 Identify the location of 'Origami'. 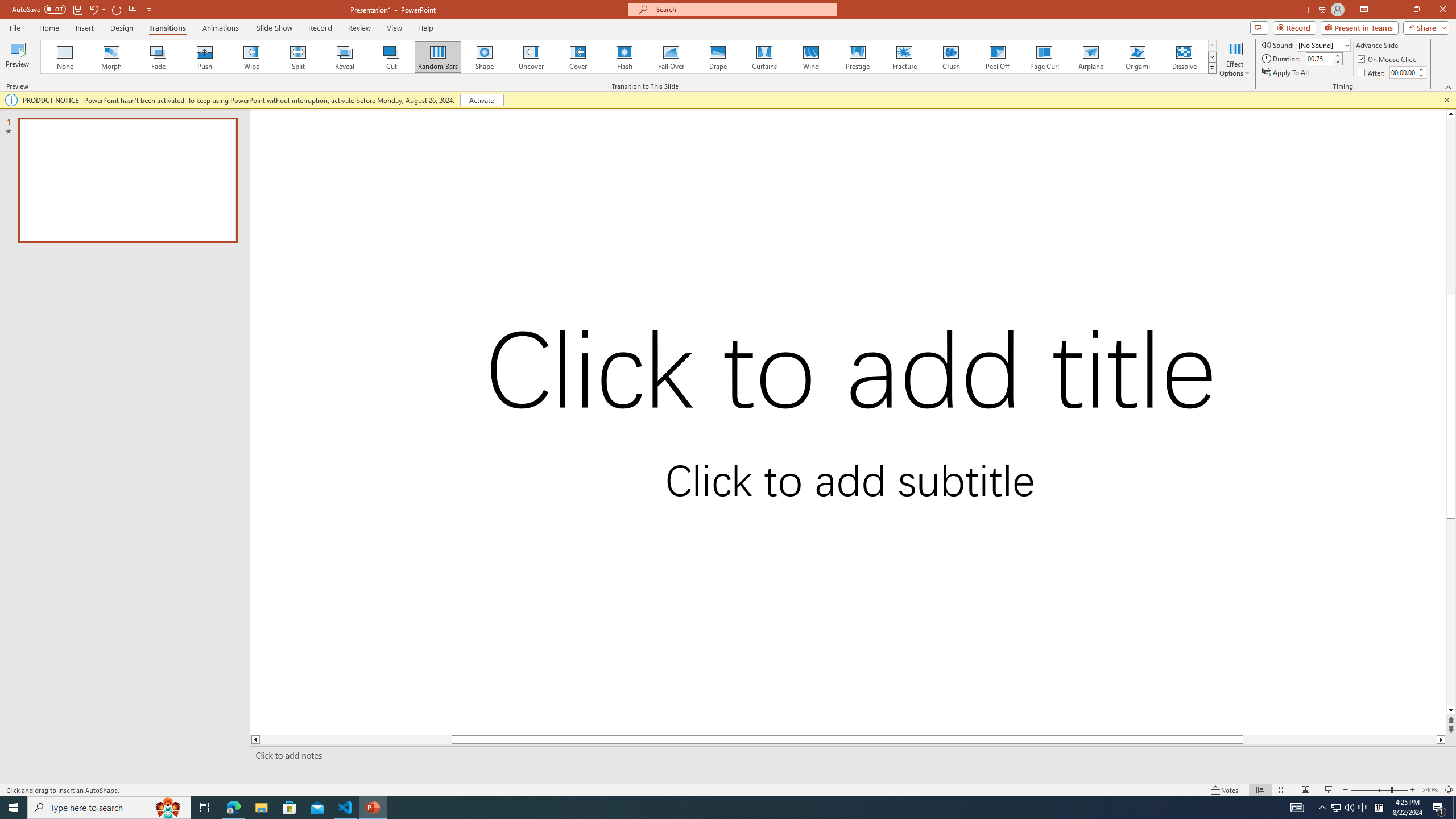
(1136, 56).